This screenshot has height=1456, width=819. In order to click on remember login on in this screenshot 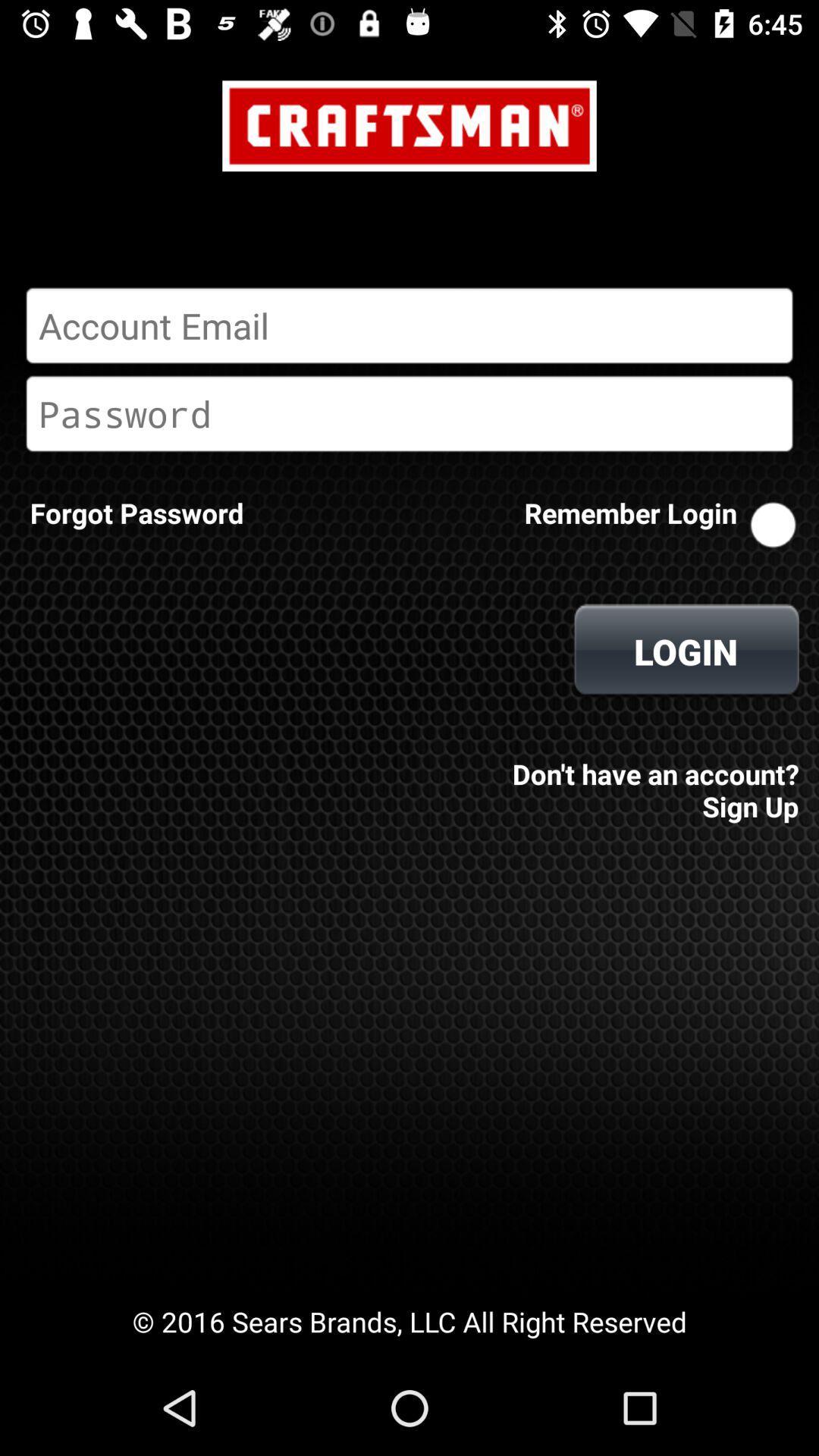, I will do `click(773, 525)`.